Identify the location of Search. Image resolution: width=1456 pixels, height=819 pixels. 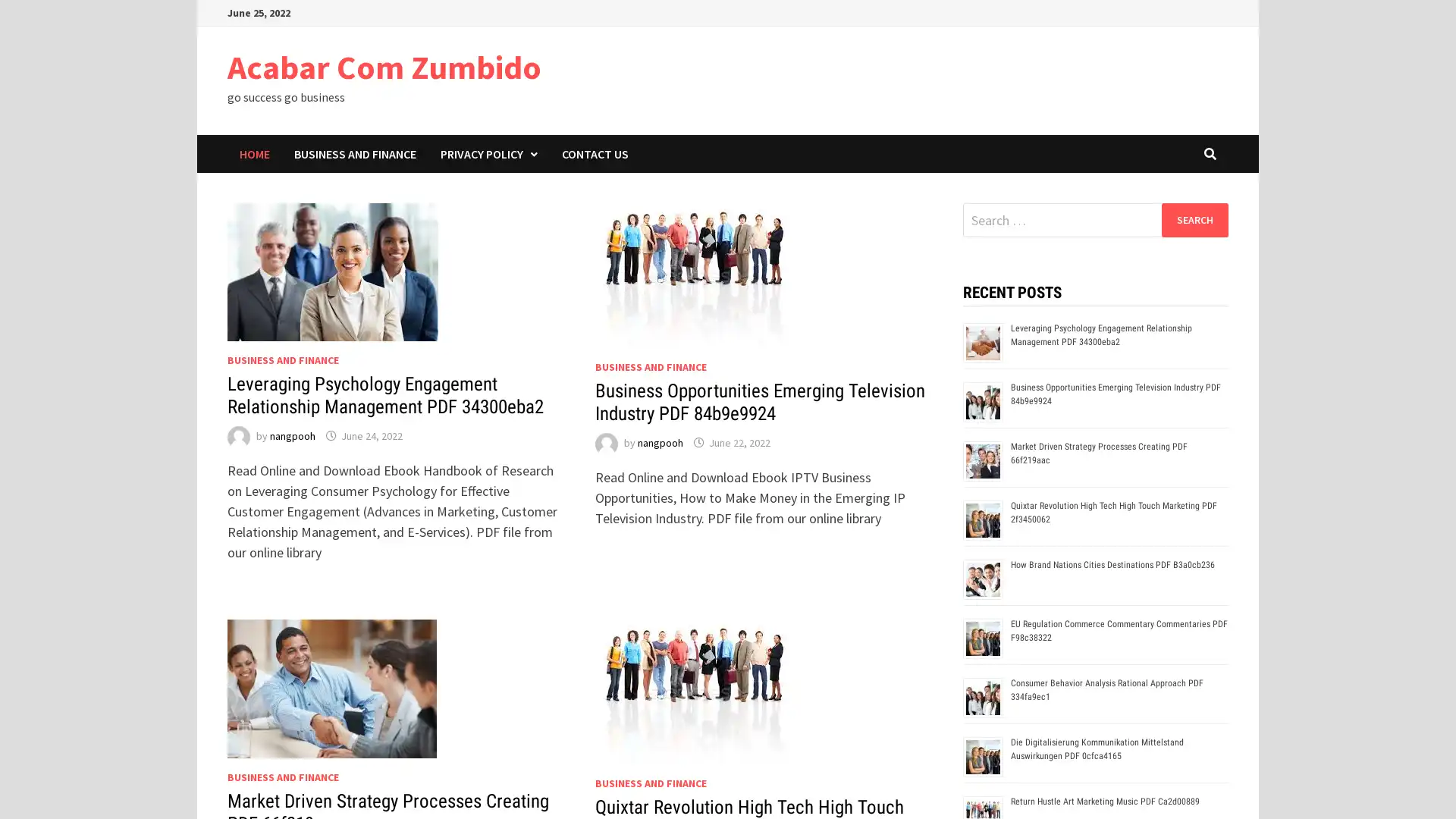
(1194, 219).